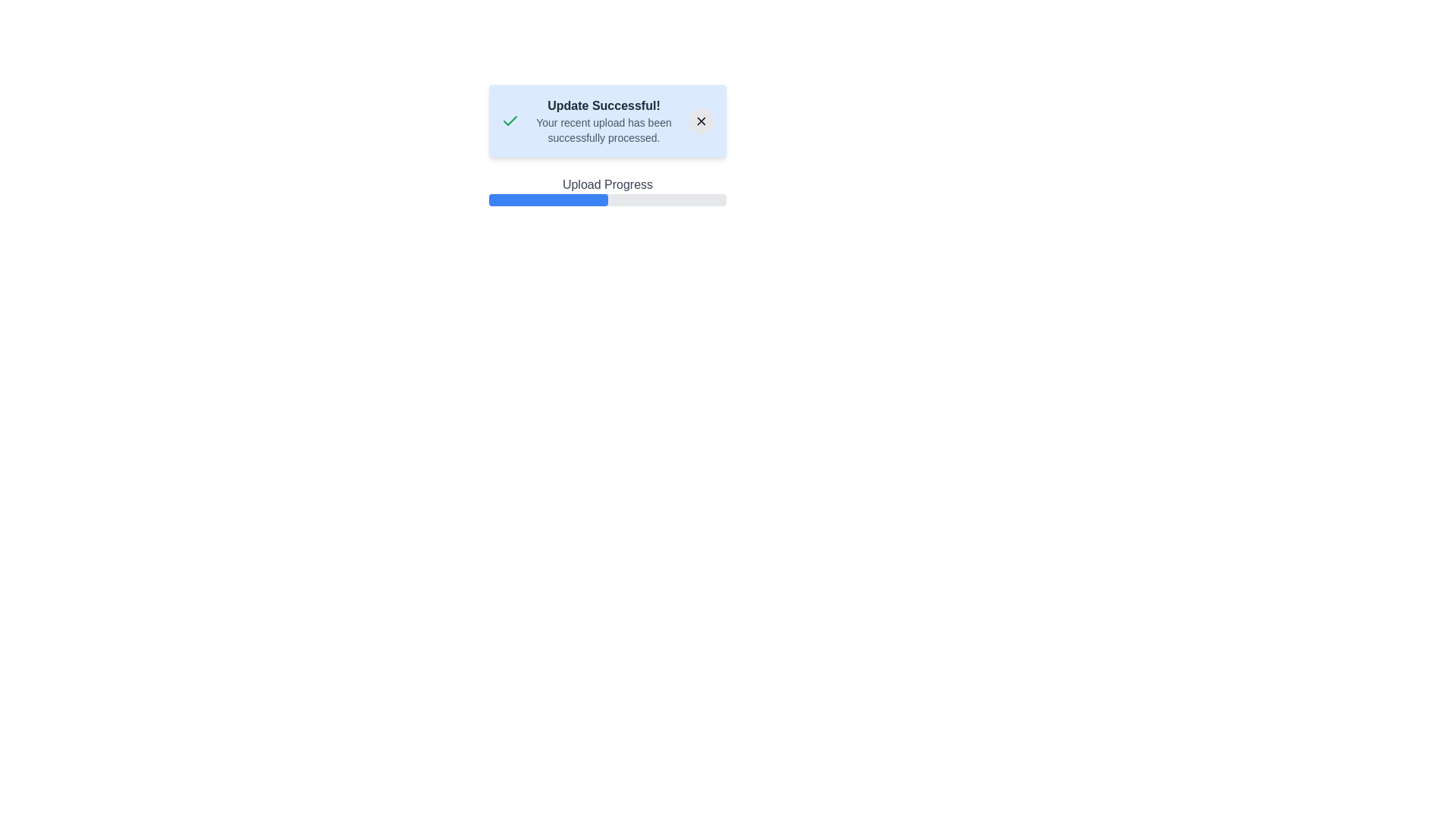  Describe the element at coordinates (701, 120) in the screenshot. I see `the close button to dismiss the alert` at that location.